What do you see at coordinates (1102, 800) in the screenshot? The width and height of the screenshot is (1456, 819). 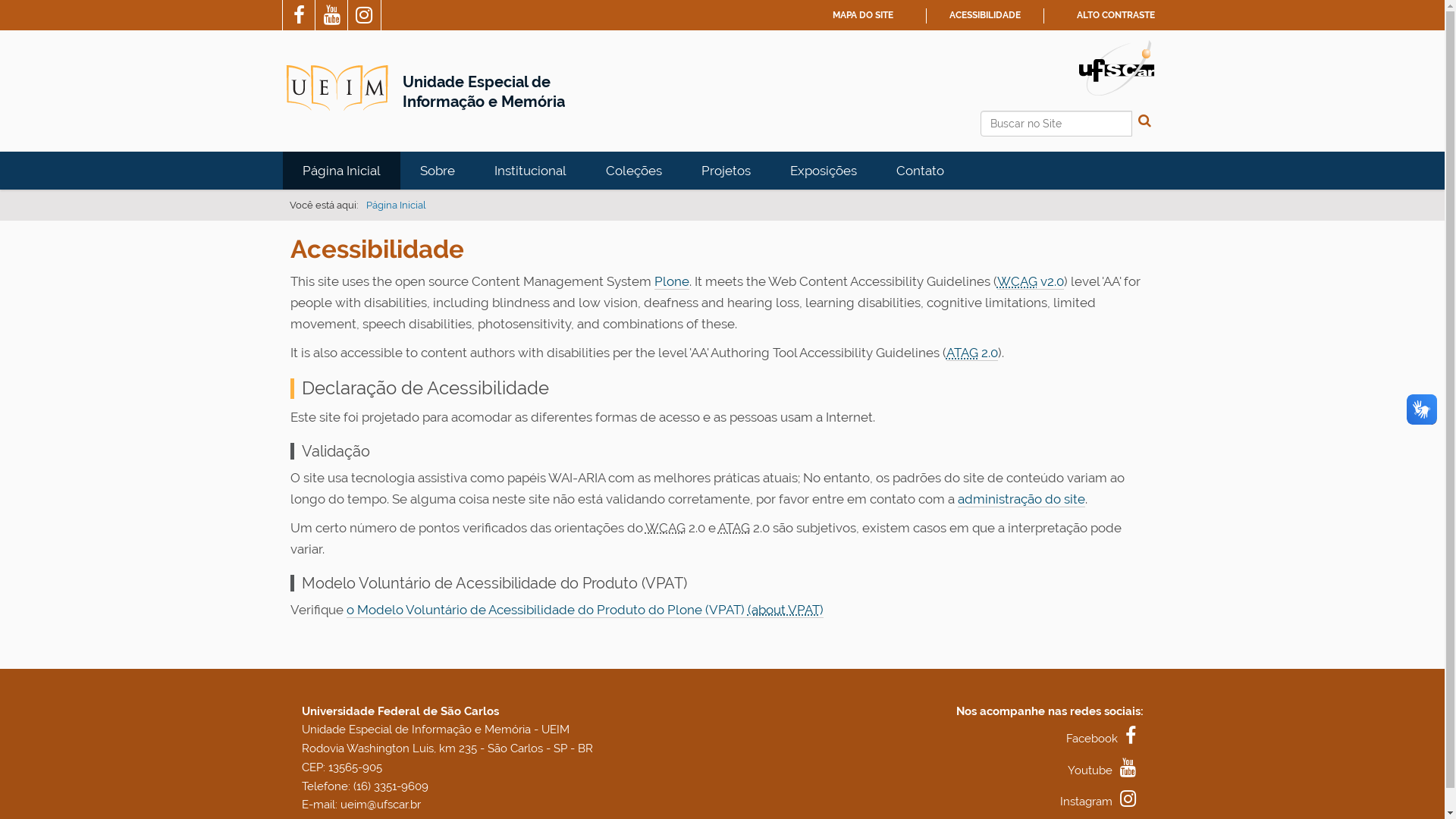 I see `'Instagram'` at bounding box center [1102, 800].